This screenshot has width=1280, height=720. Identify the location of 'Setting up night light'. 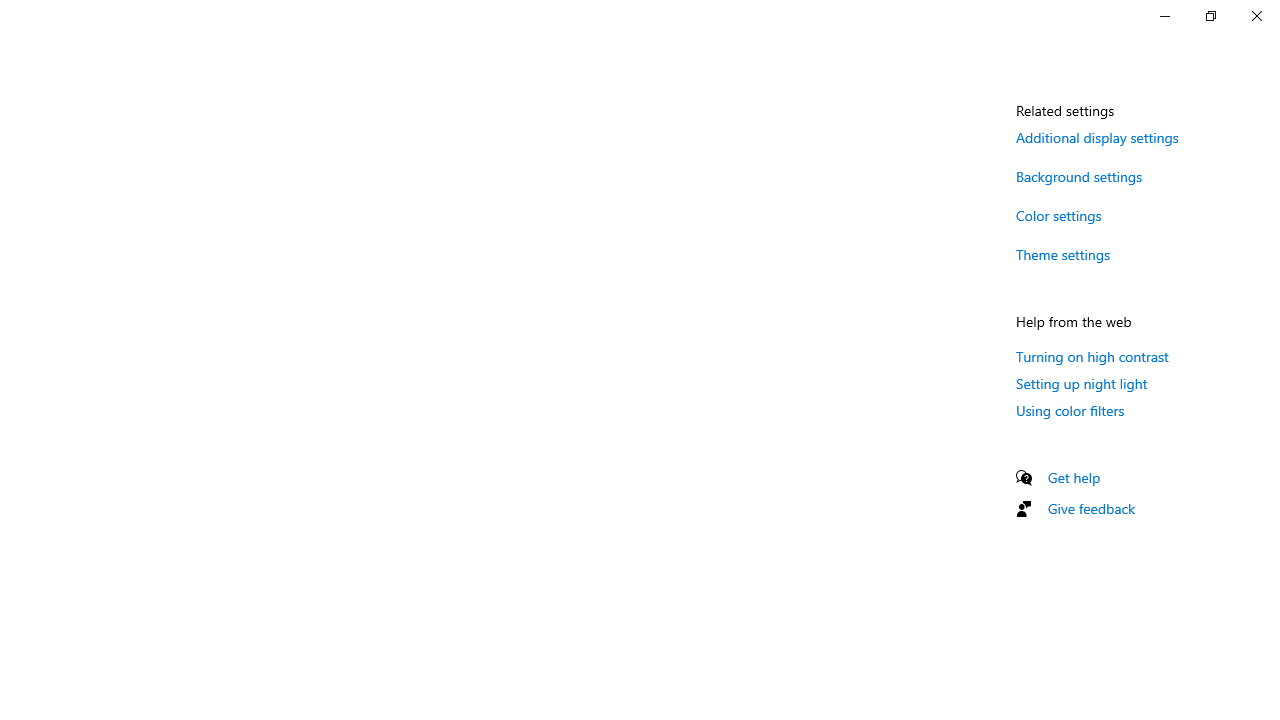
(1081, 383).